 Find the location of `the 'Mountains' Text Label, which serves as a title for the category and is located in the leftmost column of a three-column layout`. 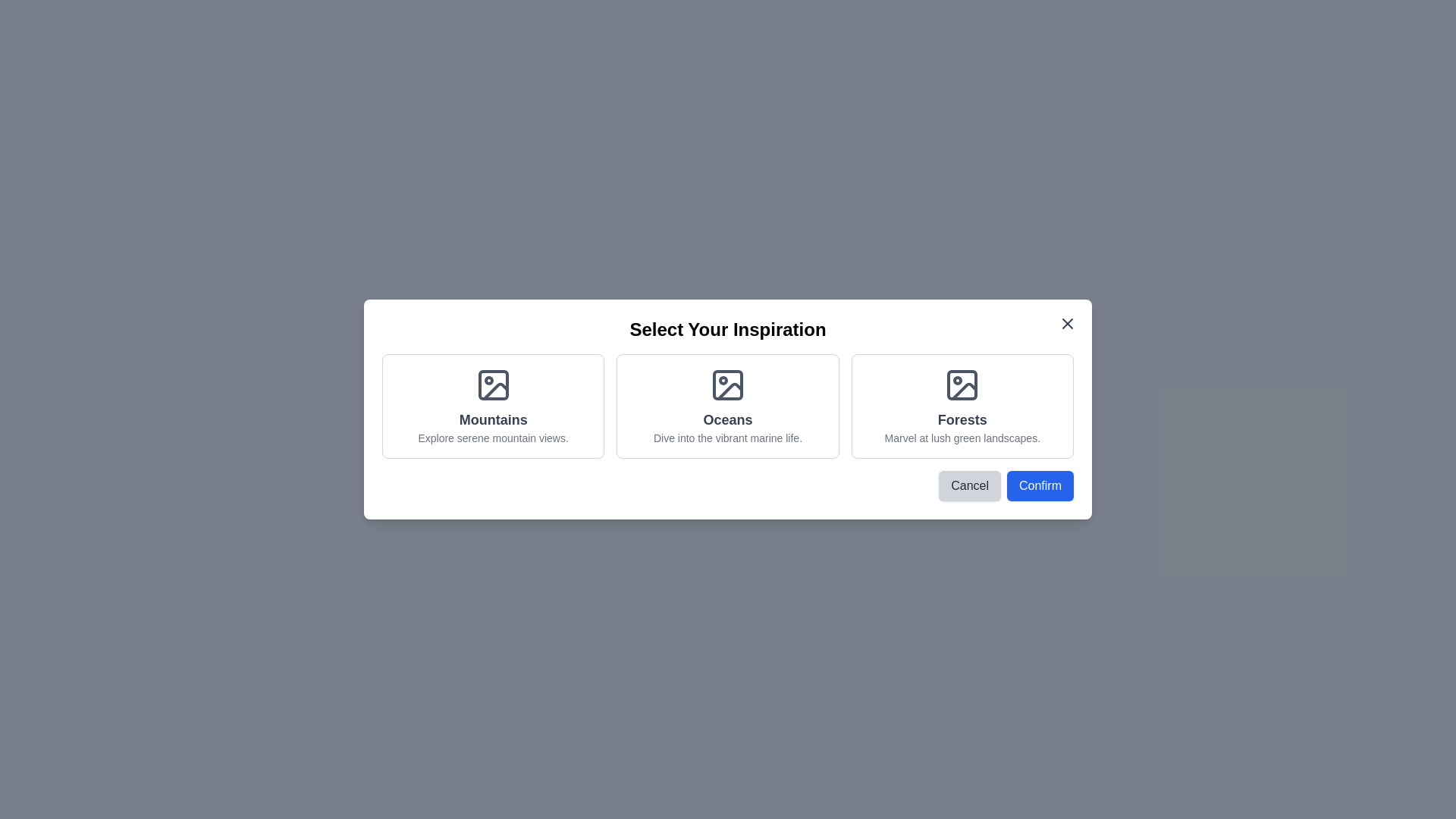

the 'Mountains' Text Label, which serves as a title for the category and is located in the leftmost column of a three-column layout is located at coordinates (493, 420).